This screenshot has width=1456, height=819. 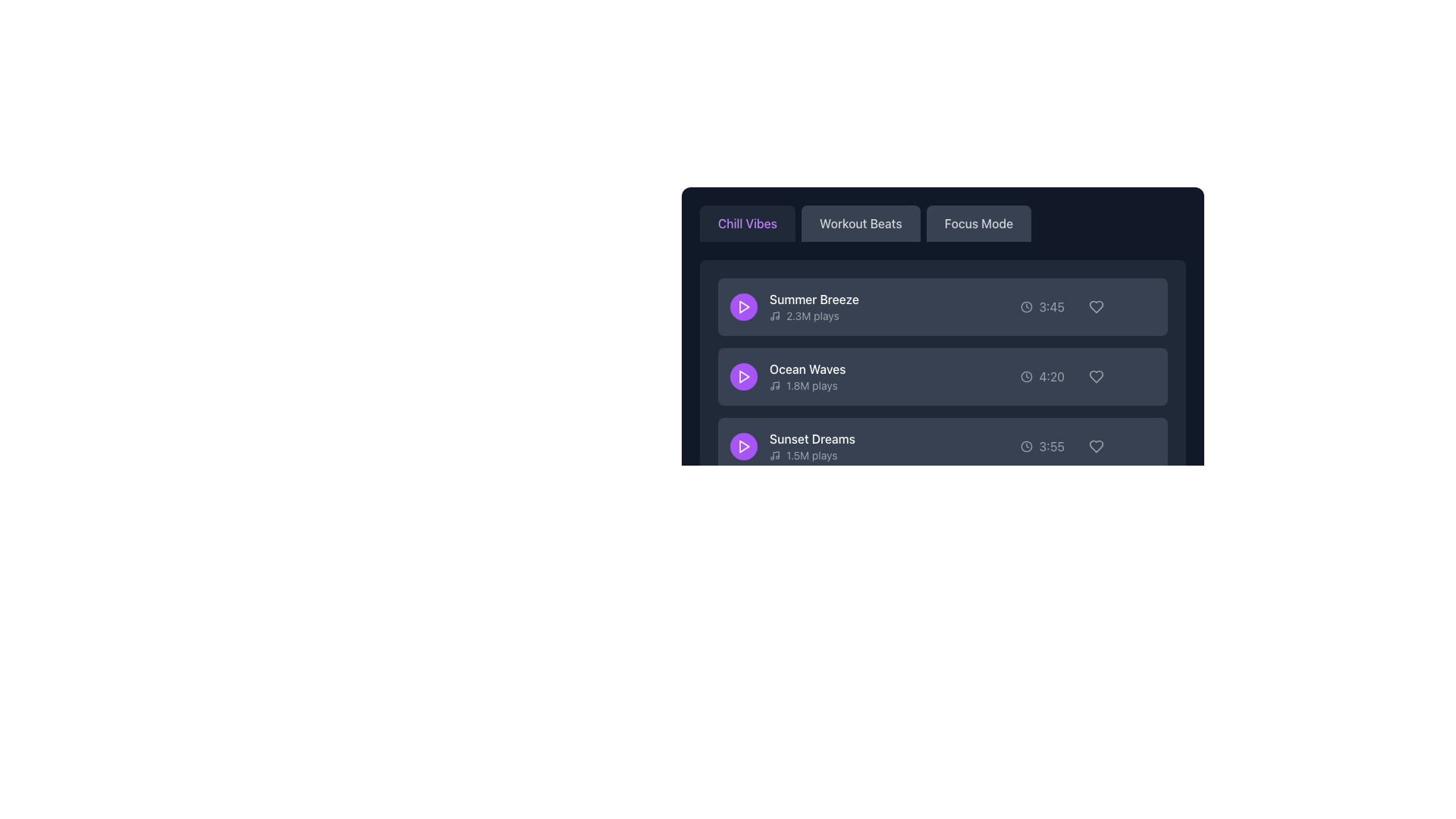 What do you see at coordinates (811, 455) in the screenshot?
I see `the text label displaying '1.5M plays' with a musical note icon, located beneath the title 'Sunset Dreams' in the third row of the vertically stacked music list` at bounding box center [811, 455].